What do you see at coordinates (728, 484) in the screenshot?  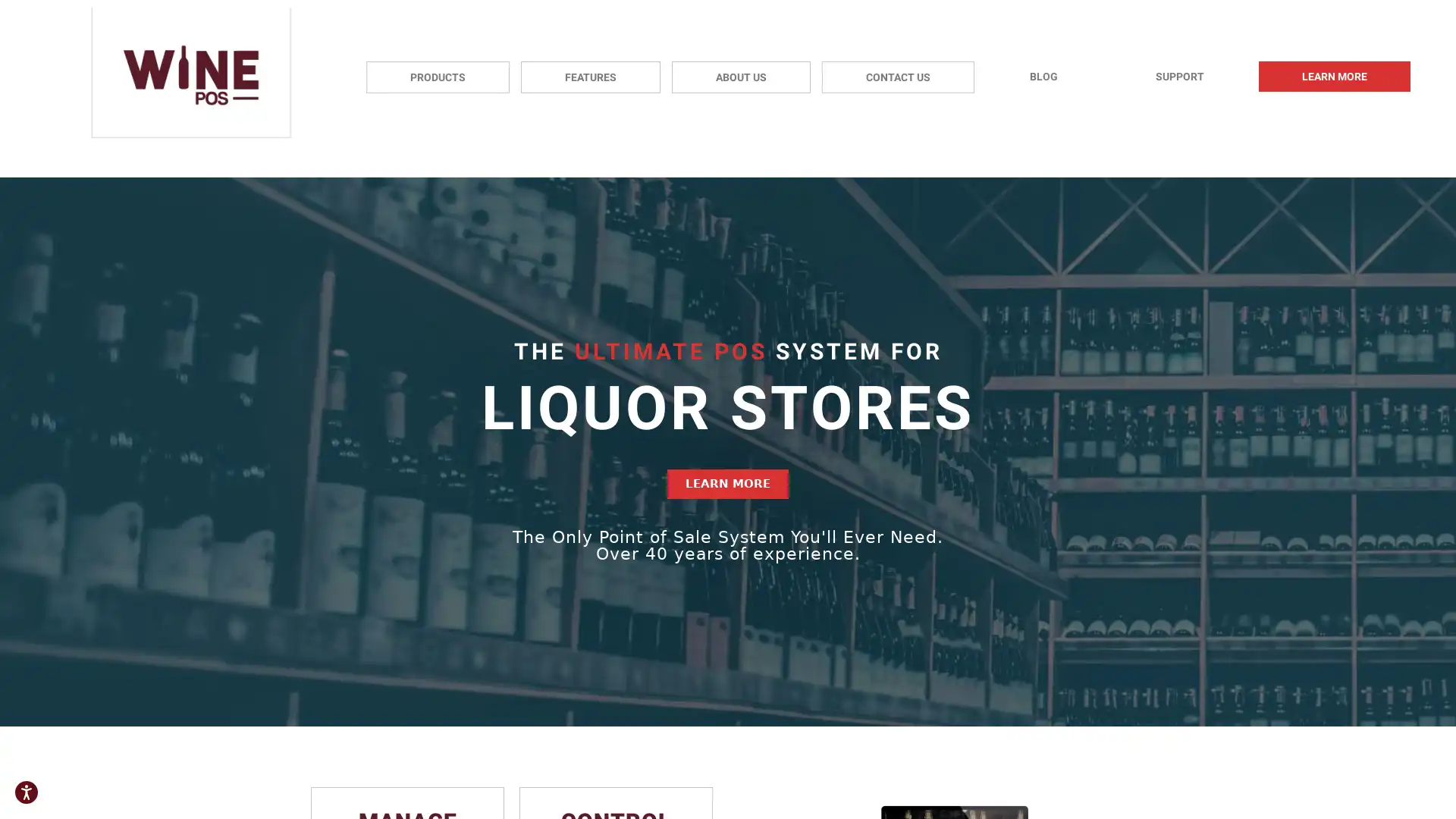 I see `LEARN MORE` at bounding box center [728, 484].